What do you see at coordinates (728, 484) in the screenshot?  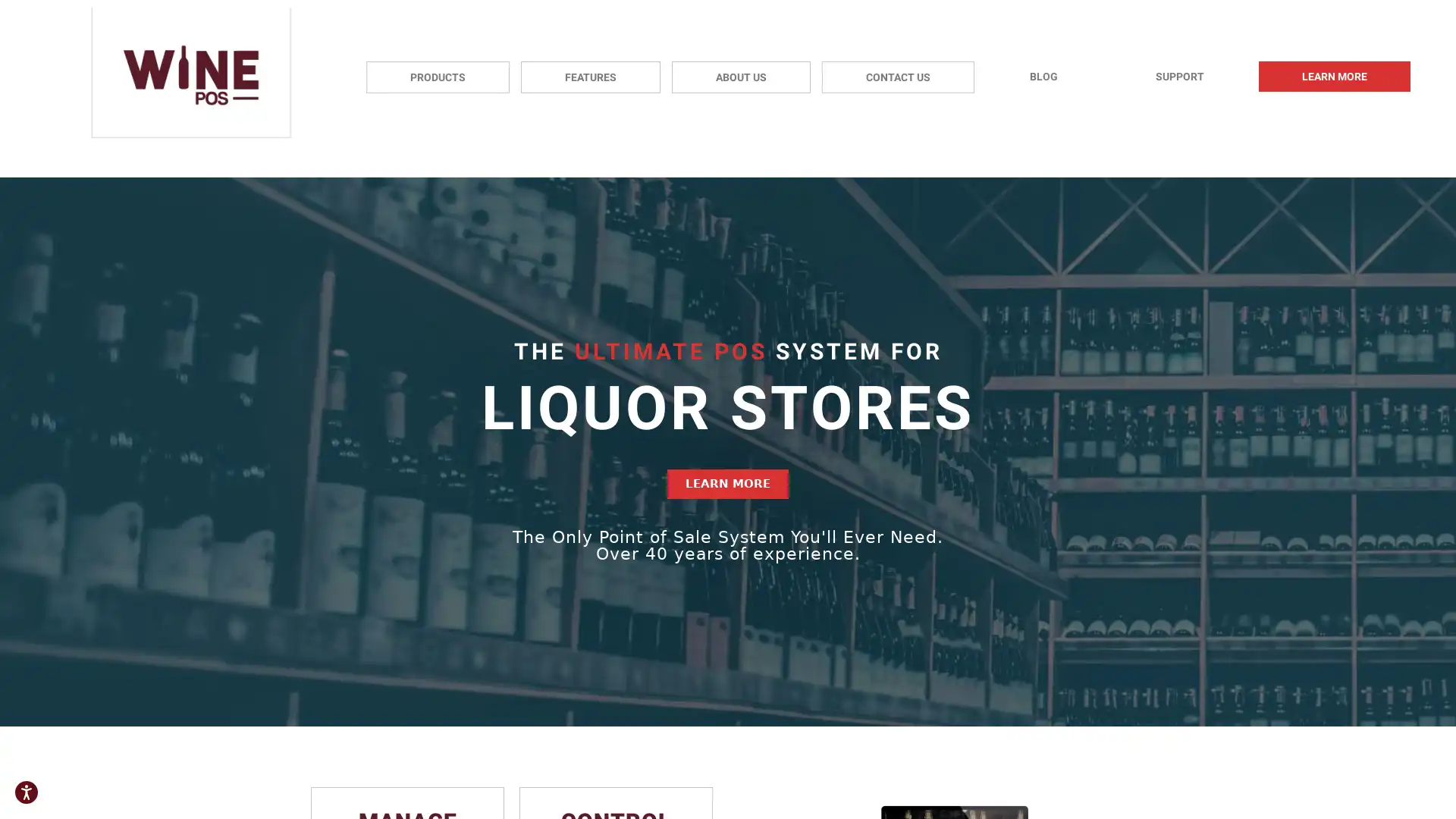 I see `LEARN MORE` at bounding box center [728, 484].